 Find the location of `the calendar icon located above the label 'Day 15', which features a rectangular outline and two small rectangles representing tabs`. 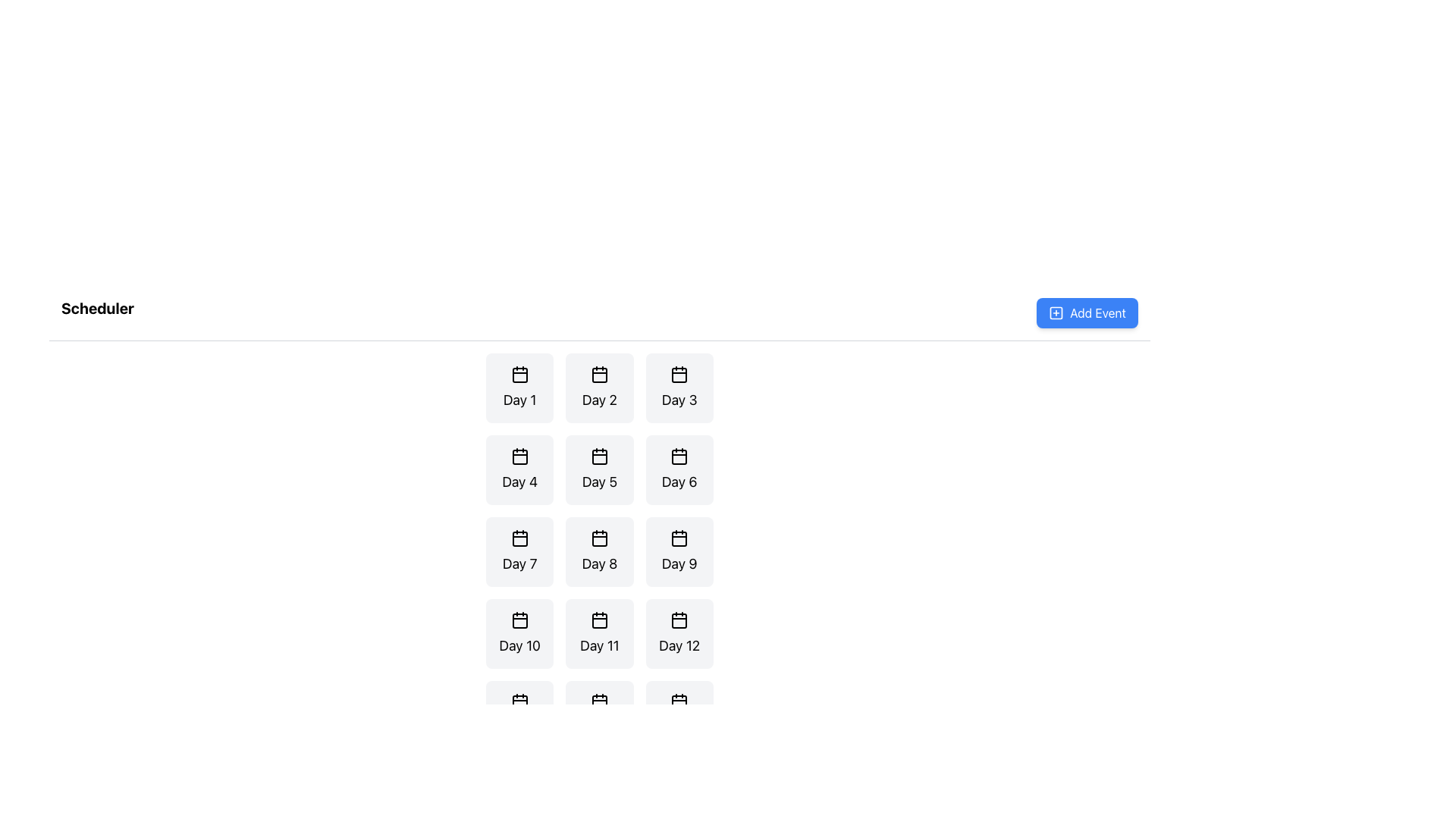

the calendar icon located above the label 'Day 15', which features a rectangular outline and two small rectangles representing tabs is located at coordinates (679, 701).